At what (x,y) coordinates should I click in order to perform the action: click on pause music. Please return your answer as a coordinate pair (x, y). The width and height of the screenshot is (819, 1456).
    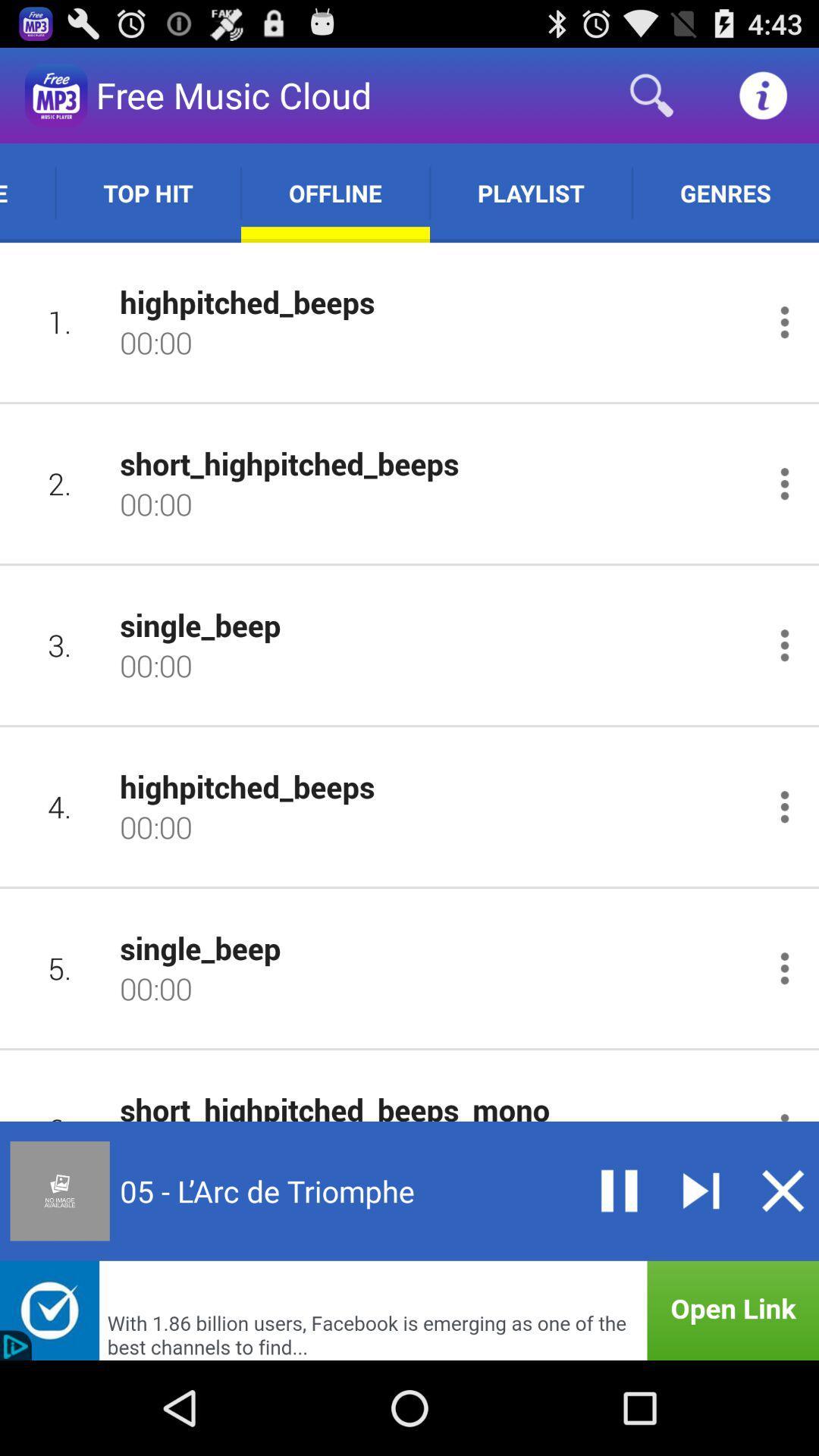
    Looking at the image, I should click on (619, 1190).